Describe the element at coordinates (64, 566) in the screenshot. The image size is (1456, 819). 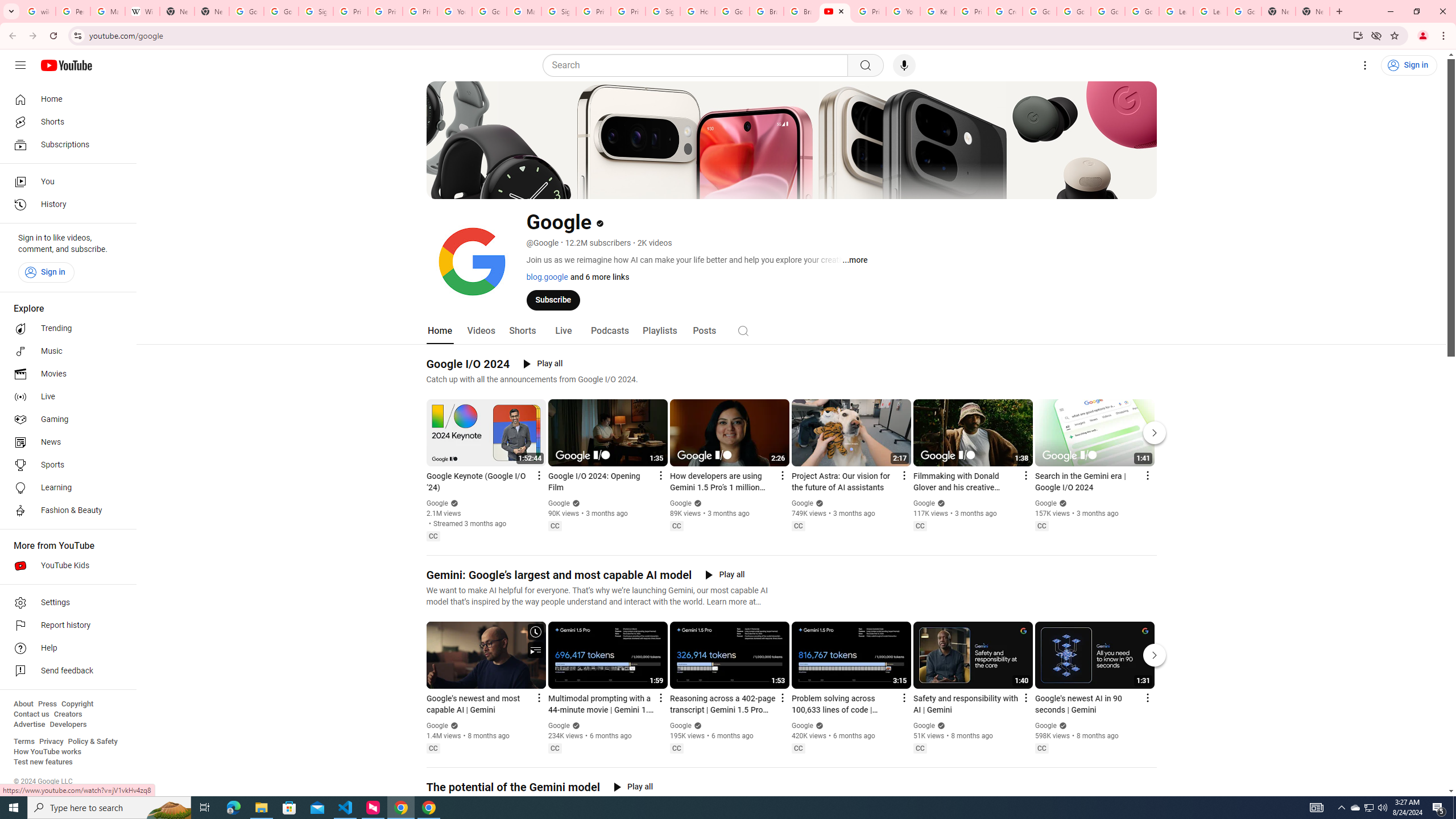
I see `'YouTube Kids'` at that location.